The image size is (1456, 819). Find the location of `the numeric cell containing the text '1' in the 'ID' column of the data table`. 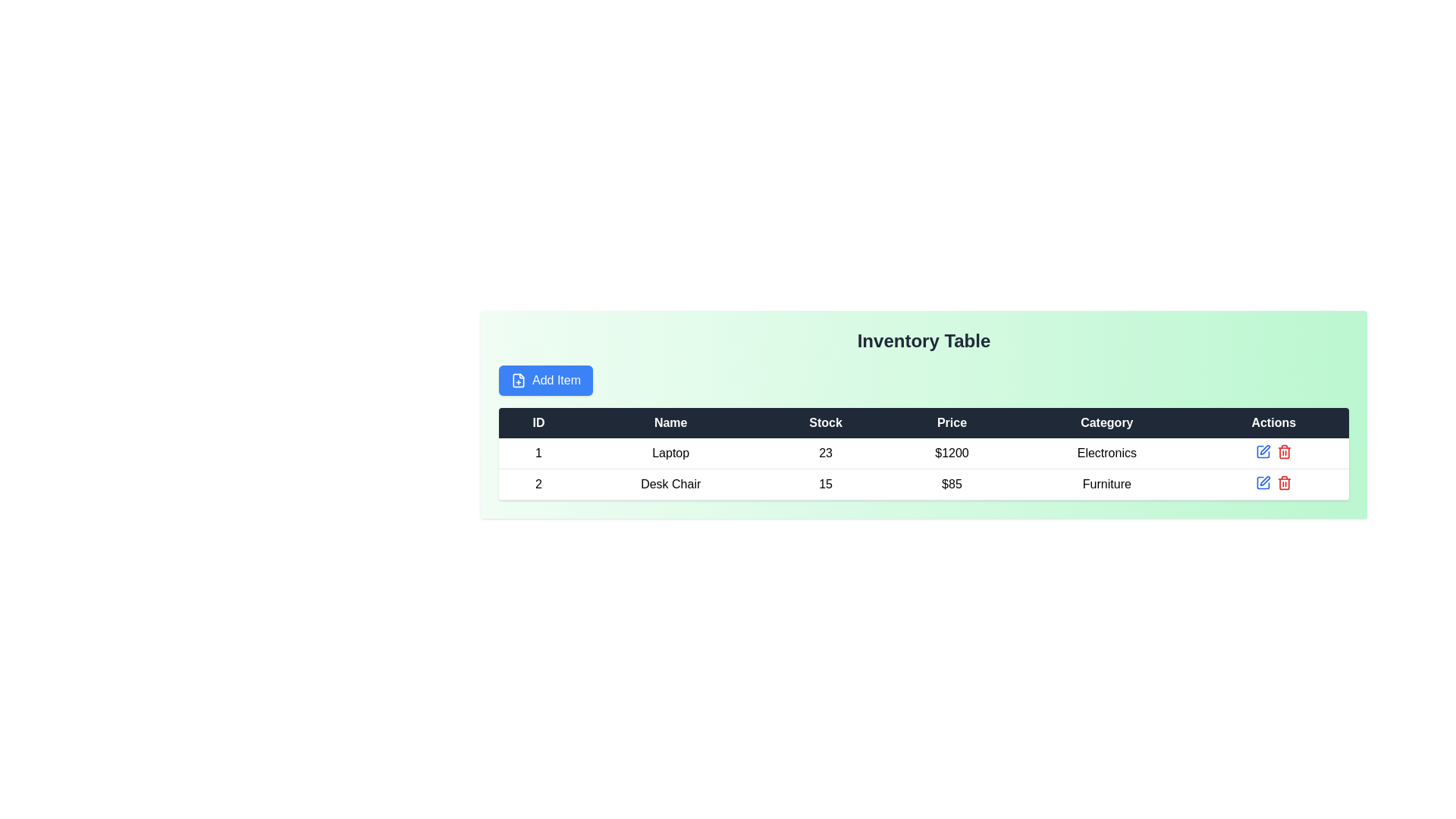

the numeric cell containing the text '1' in the 'ID' column of the data table is located at coordinates (538, 453).